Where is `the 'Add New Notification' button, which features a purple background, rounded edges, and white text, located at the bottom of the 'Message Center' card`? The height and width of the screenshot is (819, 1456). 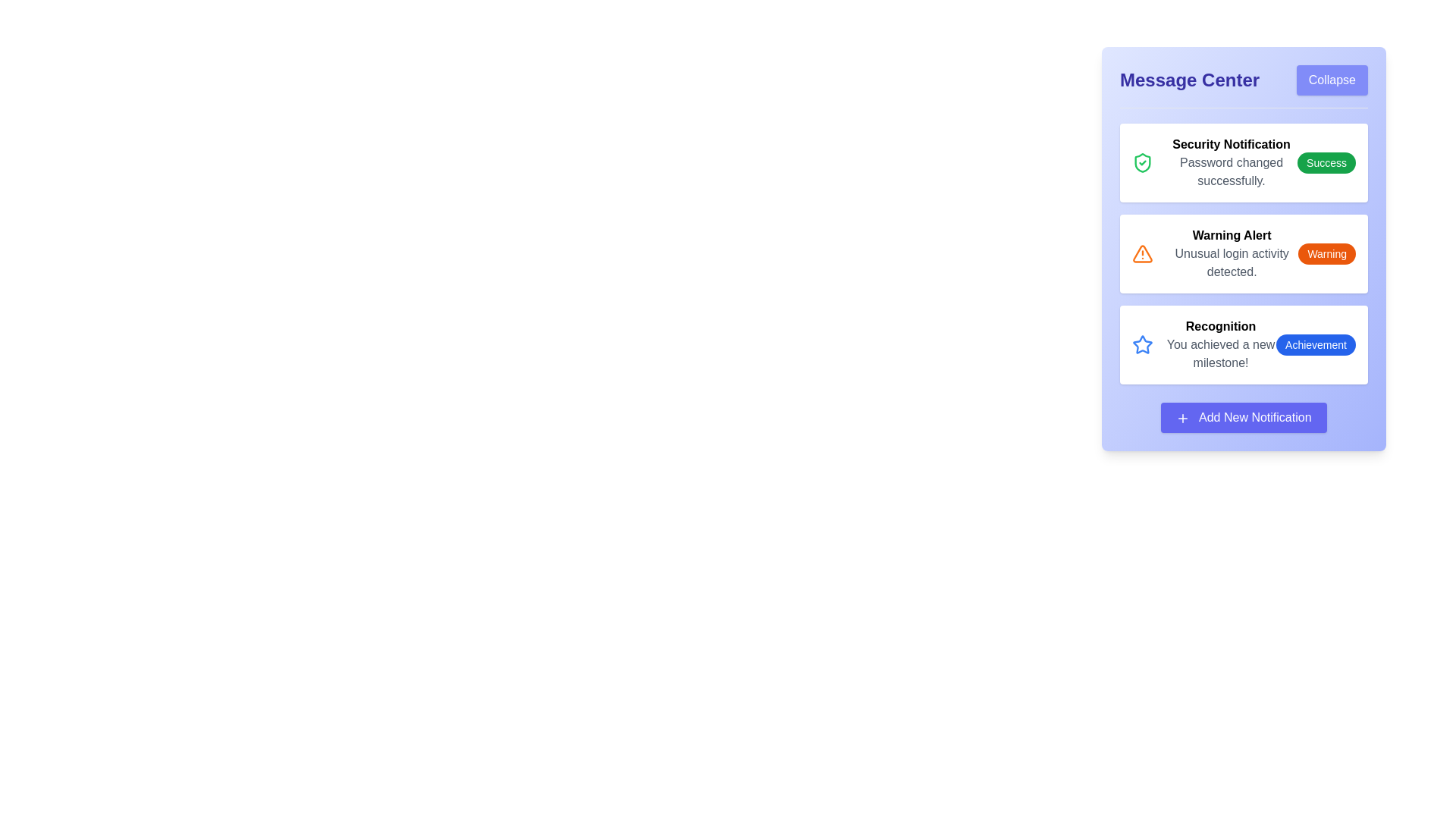
the 'Add New Notification' button, which features a purple background, rounded edges, and white text, located at the bottom of the 'Message Center' card is located at coordinates (1244, 418).